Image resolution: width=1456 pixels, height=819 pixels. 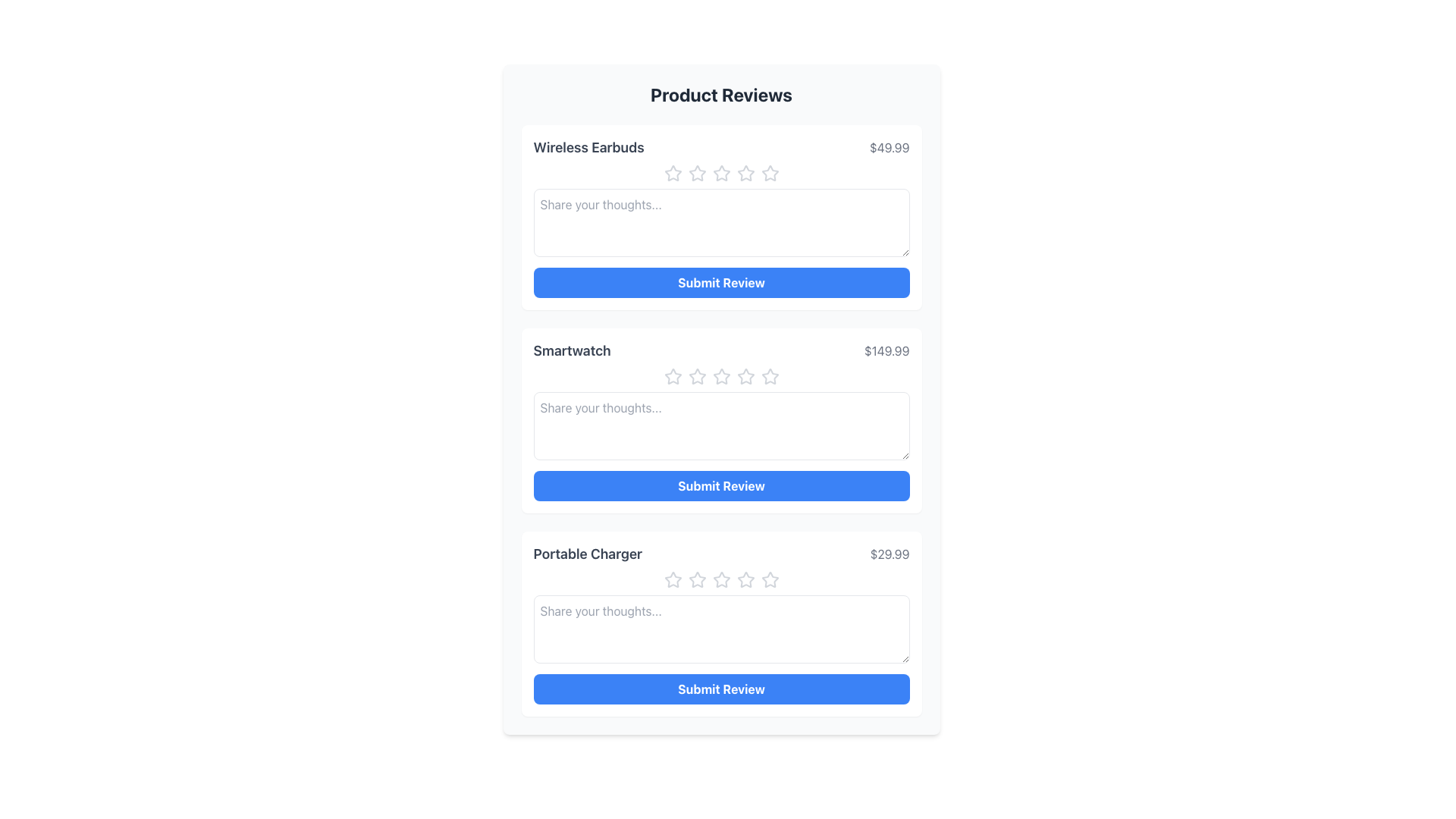 I want to click on the third star in the row of five stars to rate the 'Portable Charger' product with three stars, so click(x=720, y=579).